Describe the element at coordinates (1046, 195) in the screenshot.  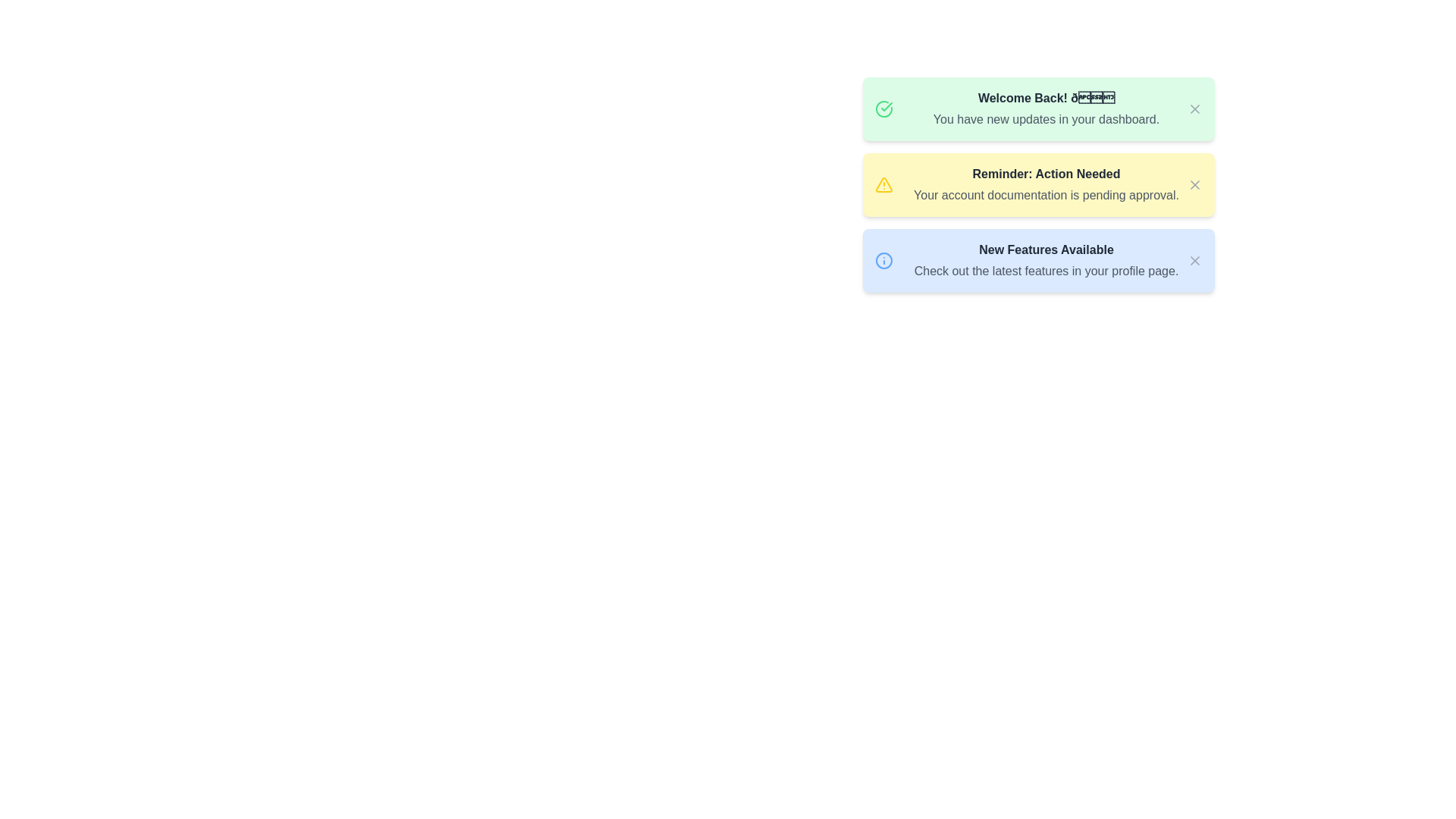
I see `information displayed in the gray text label that says 'Your account documentation is pending approval.' located directly below the title 'Reminder: Action Needed' within the yellow-highlighted notification box` at that location.